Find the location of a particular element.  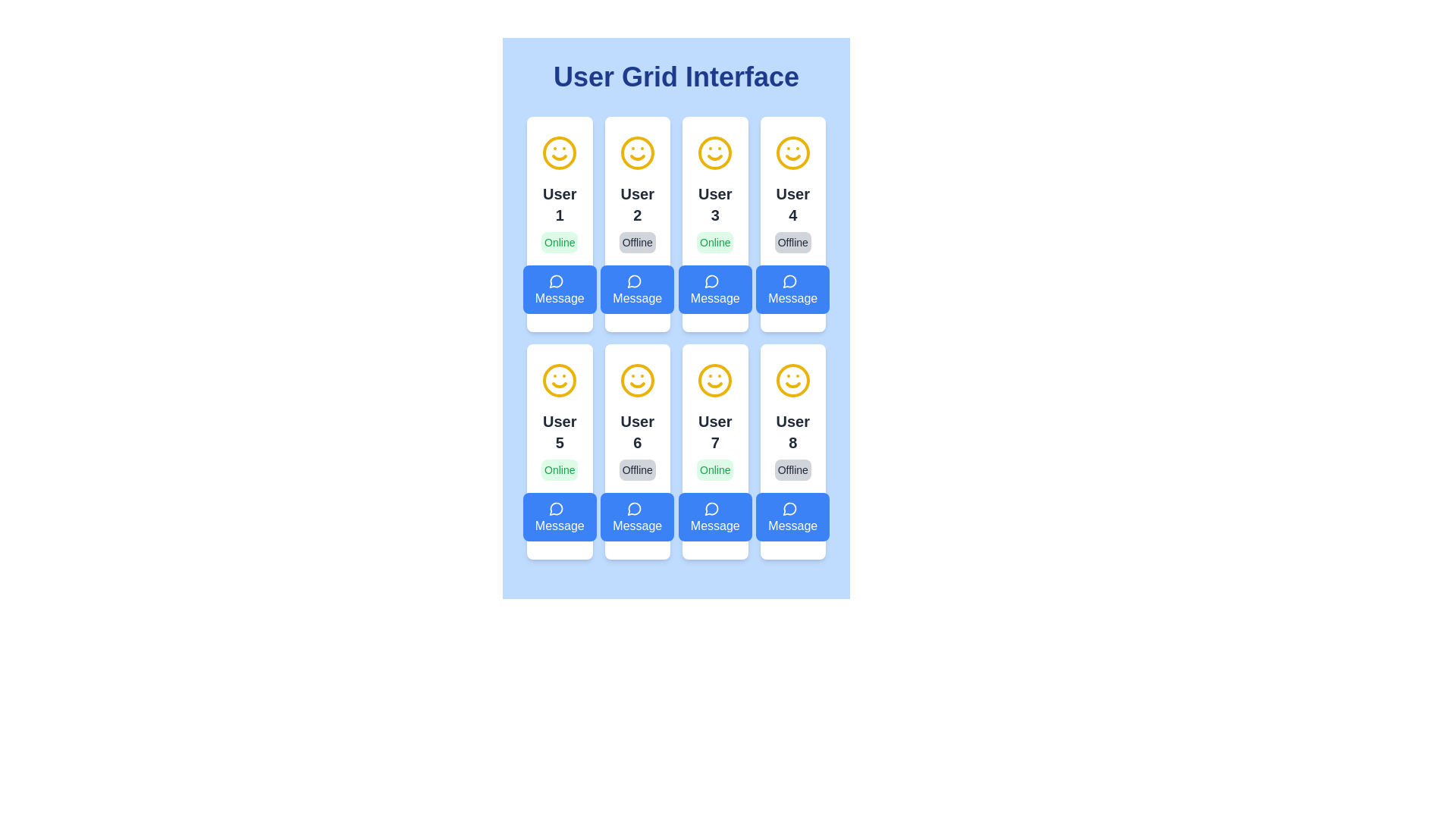

the offline status label located in the sixth user card, positioned below the username 'User 6' and above the 'Message' button is located at coordinates (637, 469).